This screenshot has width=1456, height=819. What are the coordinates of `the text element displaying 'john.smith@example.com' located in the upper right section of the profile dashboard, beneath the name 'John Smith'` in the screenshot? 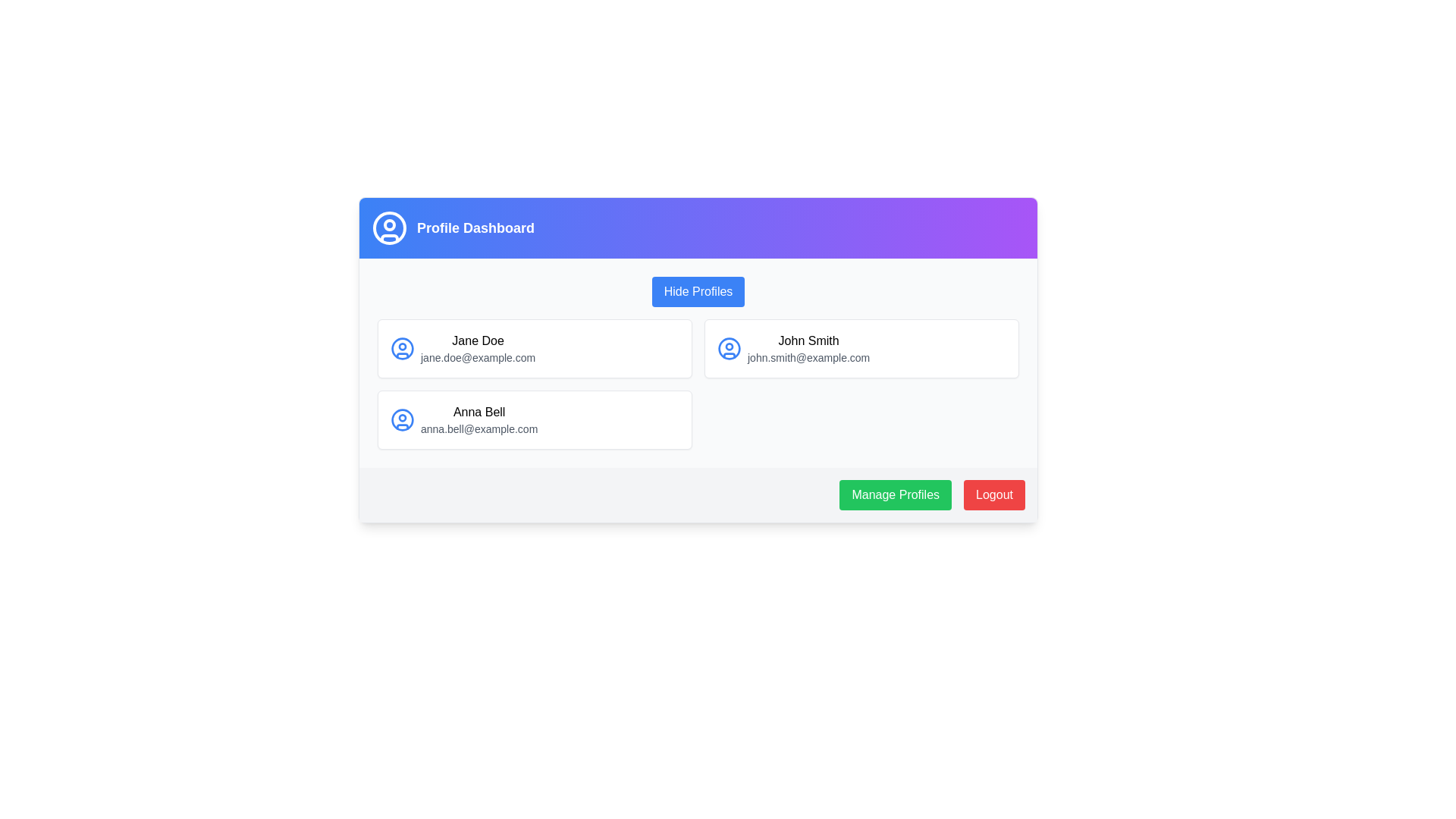 It's located at (808, 357).